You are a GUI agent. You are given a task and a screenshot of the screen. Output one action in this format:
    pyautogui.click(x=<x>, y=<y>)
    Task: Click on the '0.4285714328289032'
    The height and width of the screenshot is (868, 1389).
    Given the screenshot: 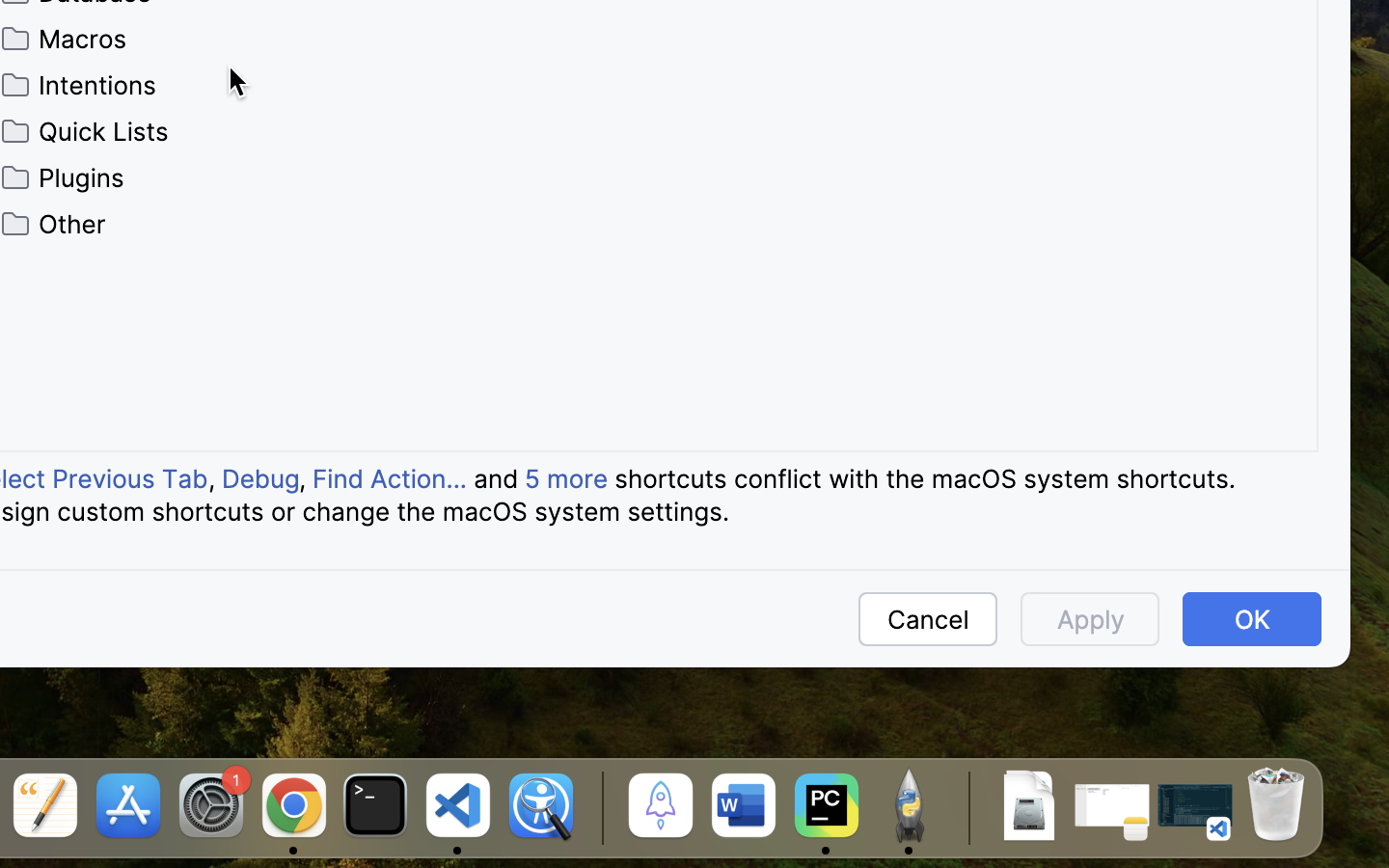 What is the action you would take?
    pyautogui.click(x=598, y=807)
    